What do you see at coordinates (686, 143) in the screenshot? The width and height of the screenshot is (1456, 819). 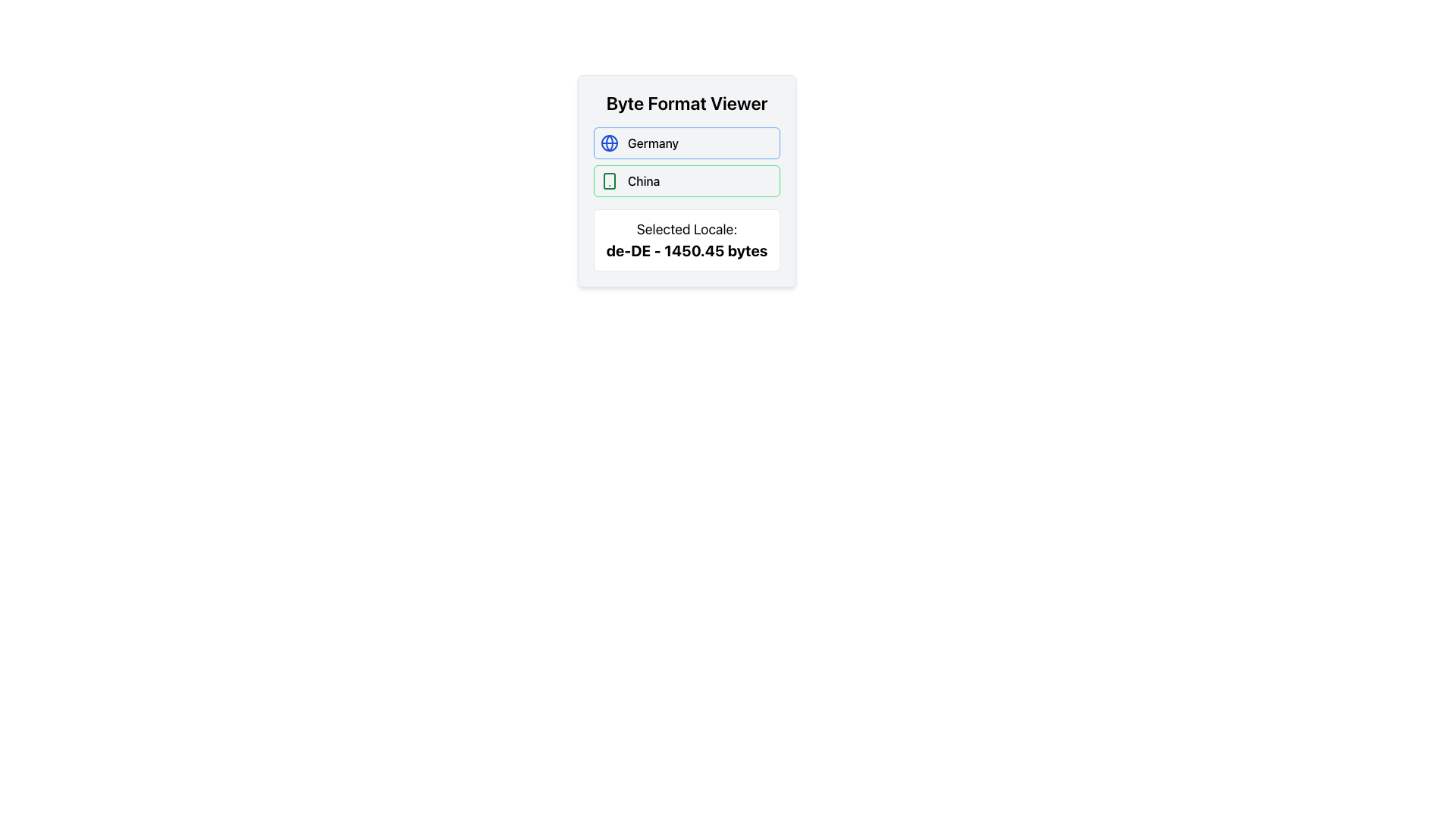 I see `on the second selectable list item labeled 'Germany' below the title 'Byte Format Viewer'` at bounding box center [686, 143].